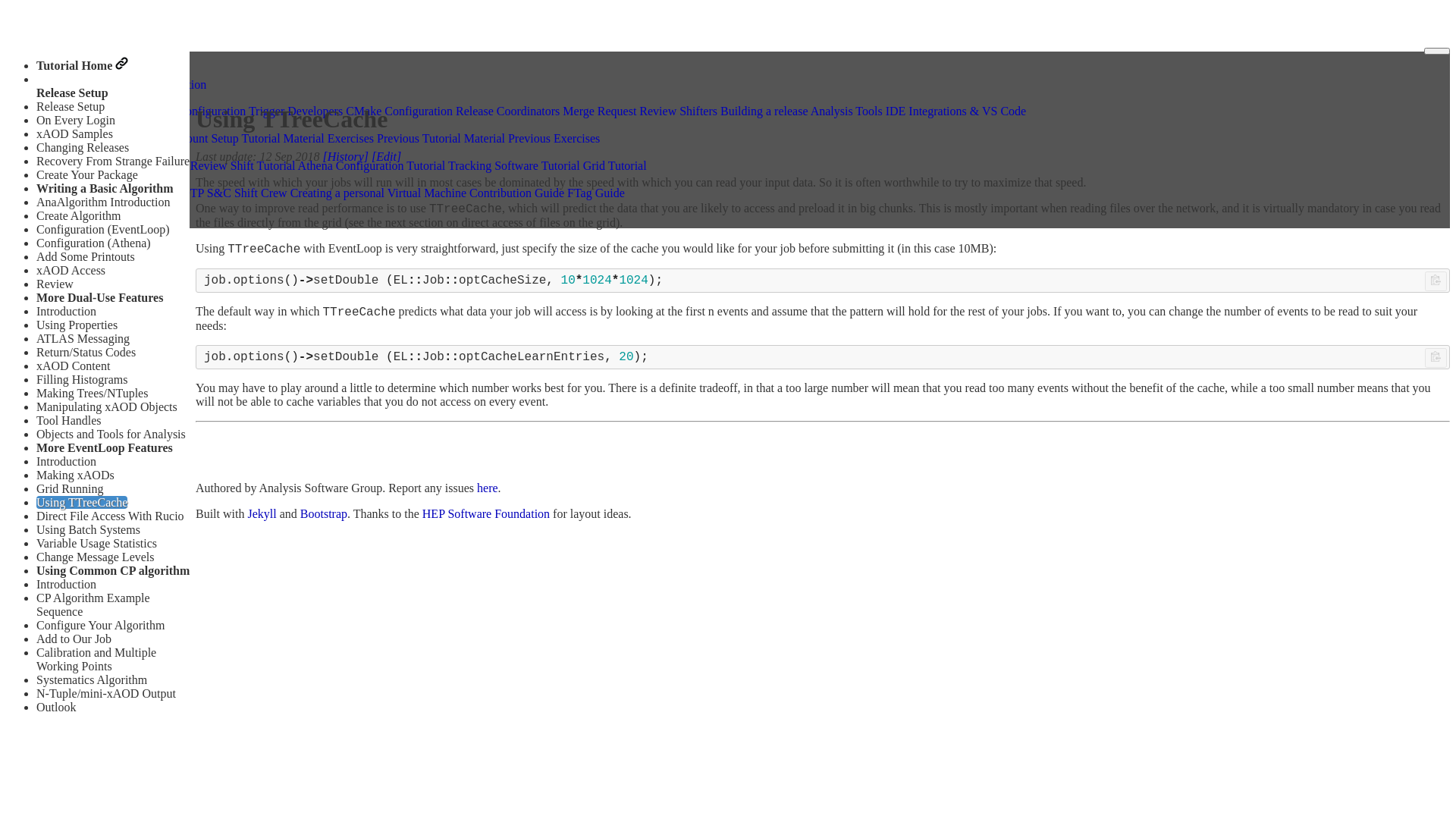  I want to click on 'Create Algorithm', so click(78, 215).